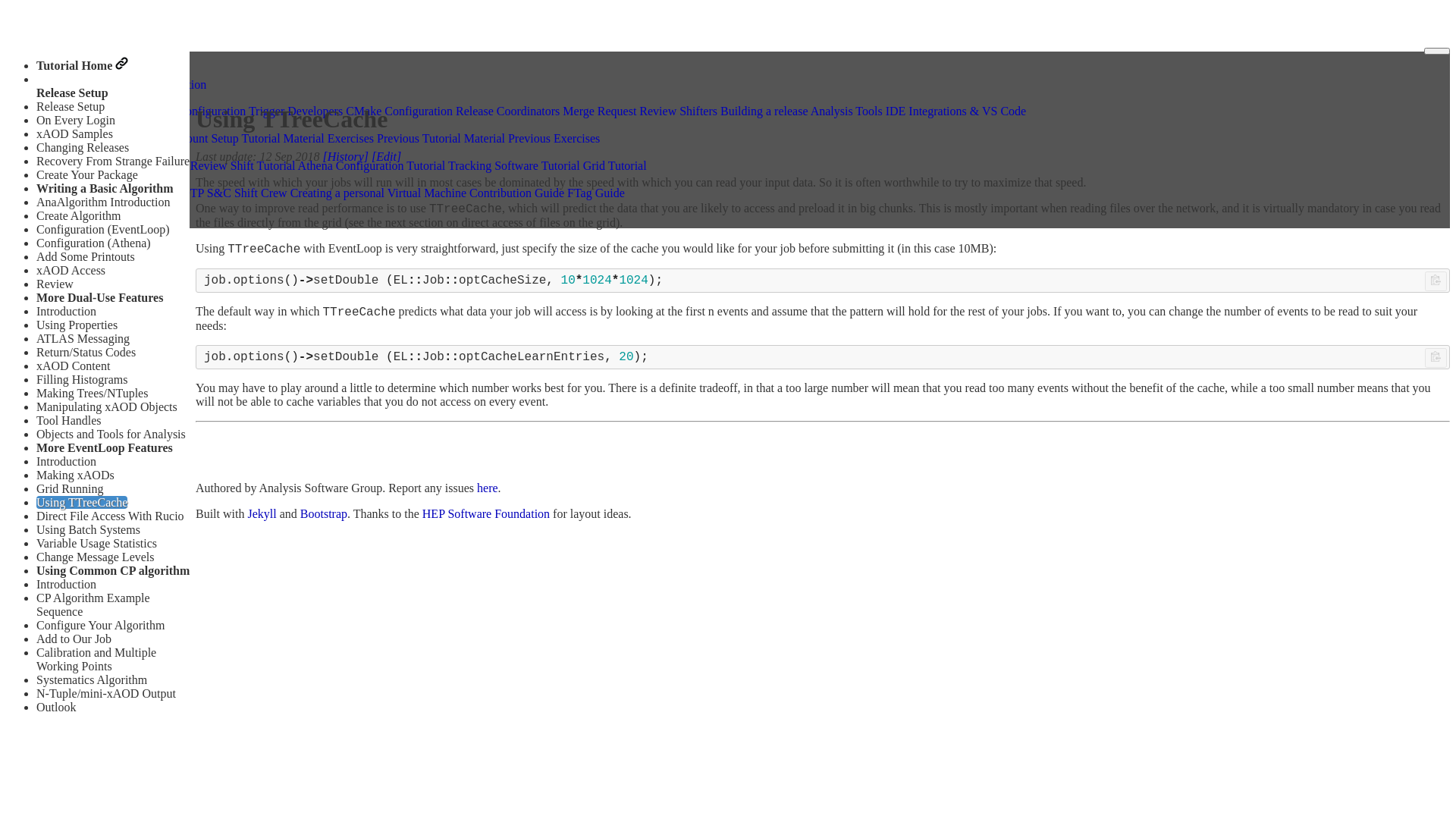  I want to click on 'Create Algorithm', so click(78, 215).